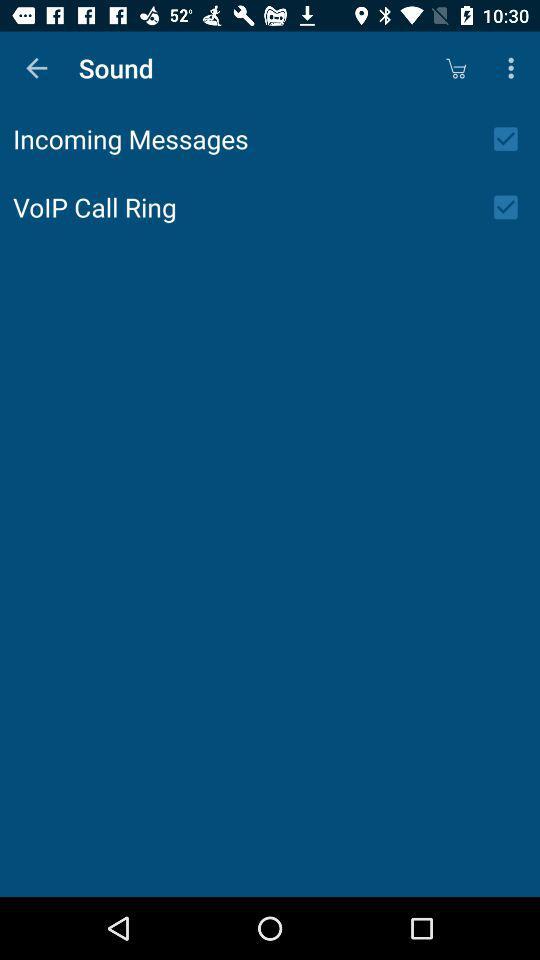 This screenshot has height=960, width=540. Describe the element at coordinates (512, 207) in the screenshot. I see `icon next to the voip call ring icon` at that location.